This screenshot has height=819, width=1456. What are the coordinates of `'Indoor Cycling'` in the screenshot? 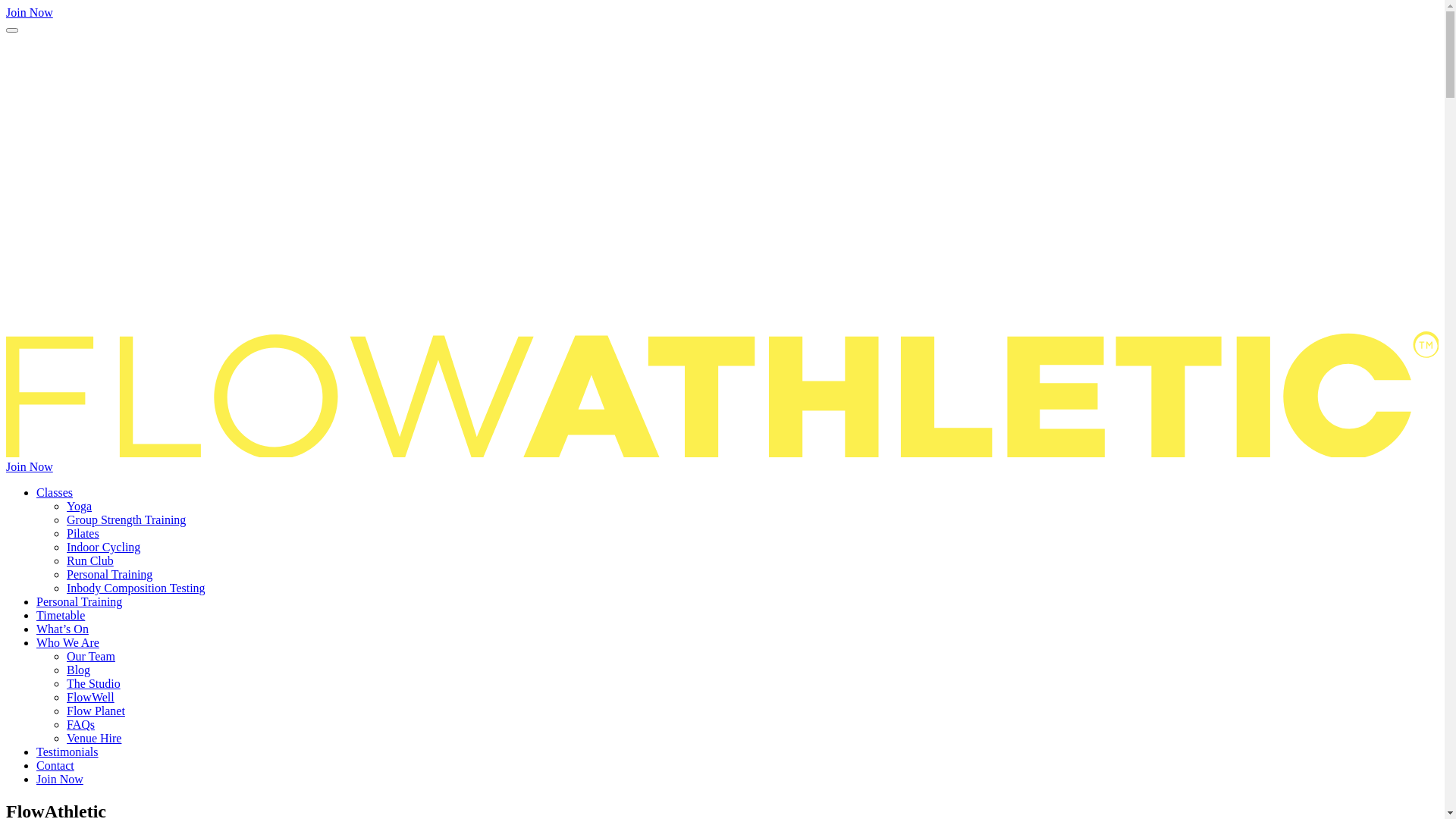 It's located at (102, 547).